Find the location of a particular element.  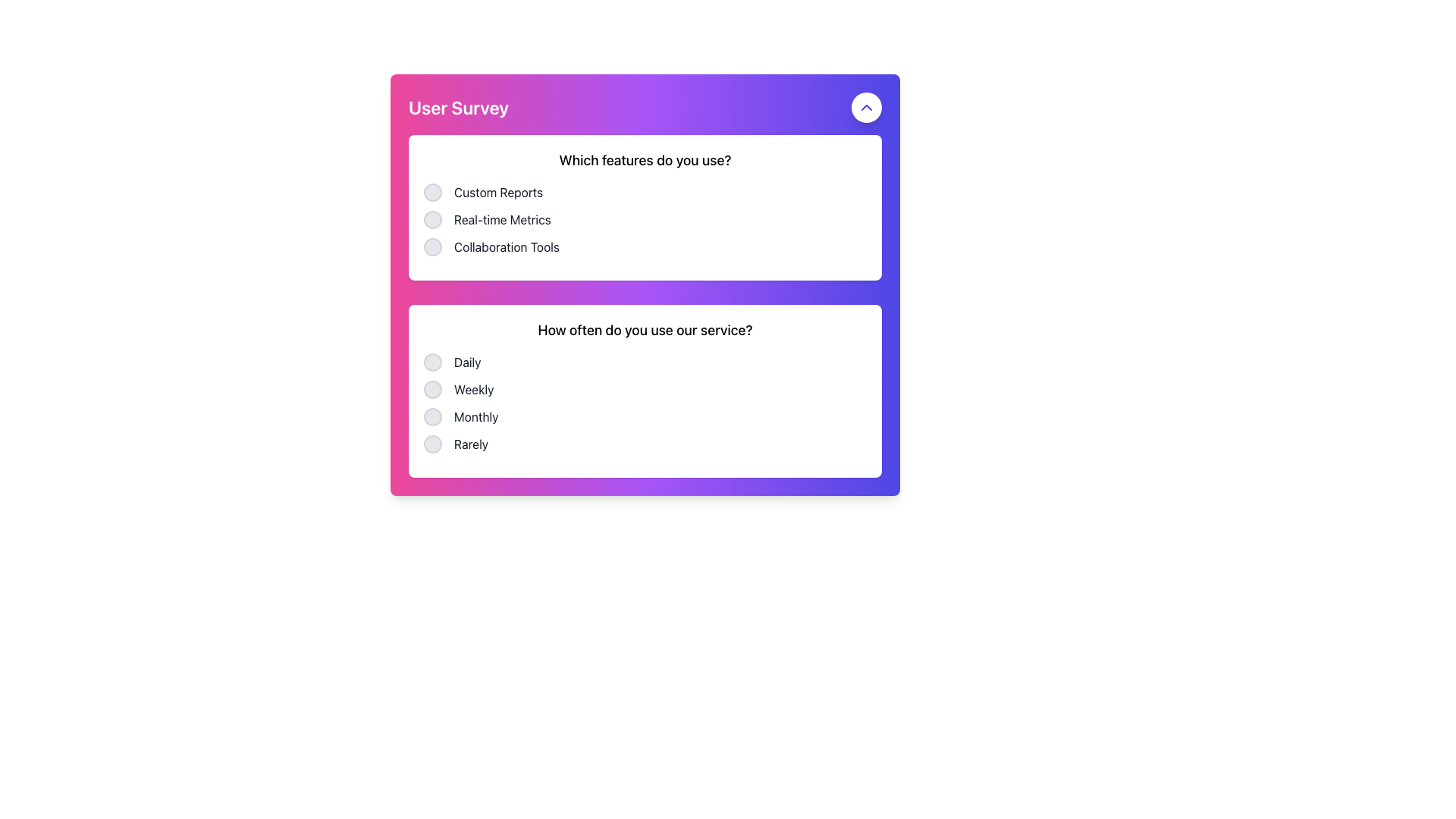

the heading or label text that serves as a prompt for the survey question, located in the lower half of the highlighted survey form is located at coordinates (645, 329).